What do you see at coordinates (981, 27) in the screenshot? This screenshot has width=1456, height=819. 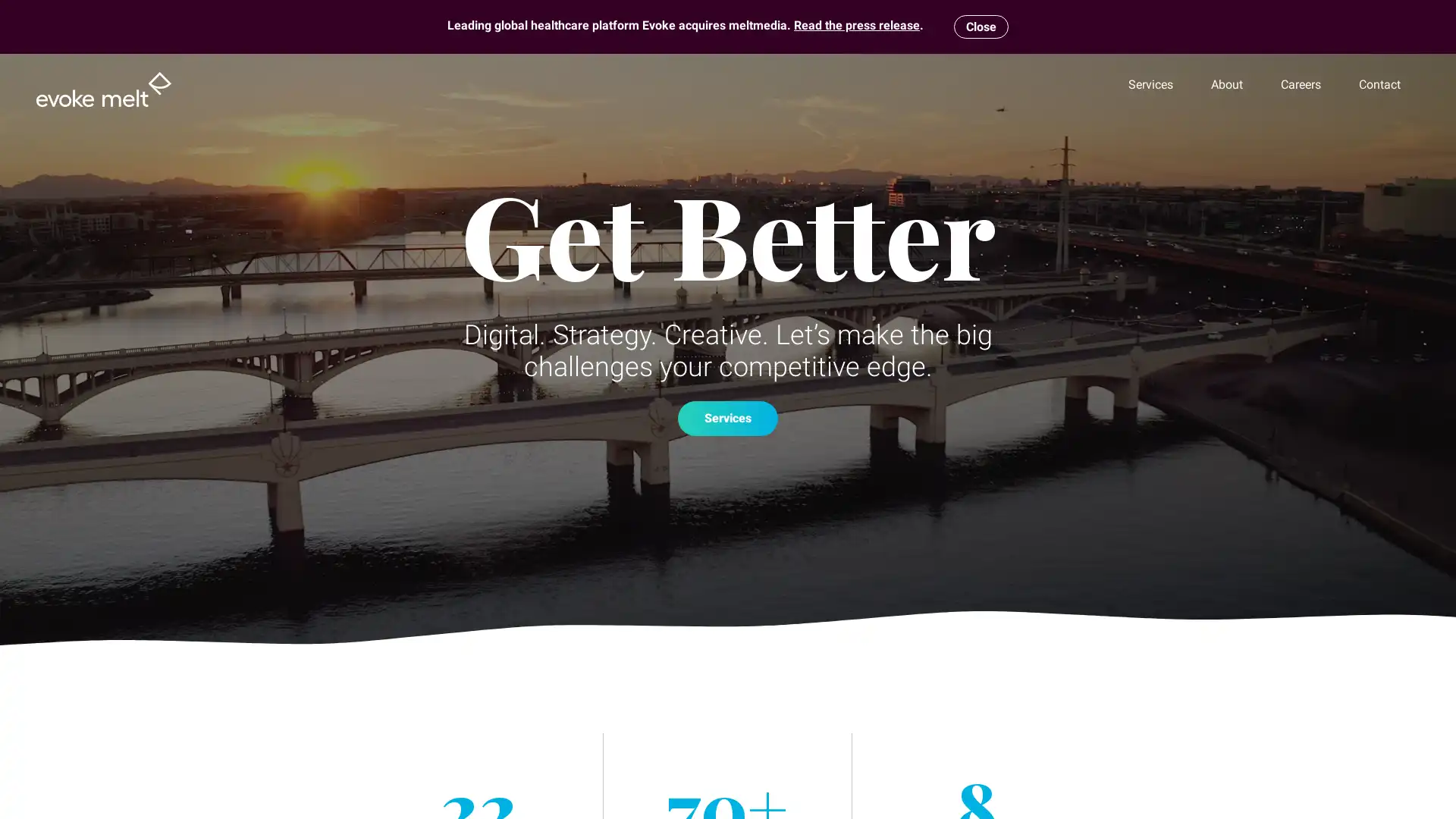 I see `Close` at bounding box center [981, 27].